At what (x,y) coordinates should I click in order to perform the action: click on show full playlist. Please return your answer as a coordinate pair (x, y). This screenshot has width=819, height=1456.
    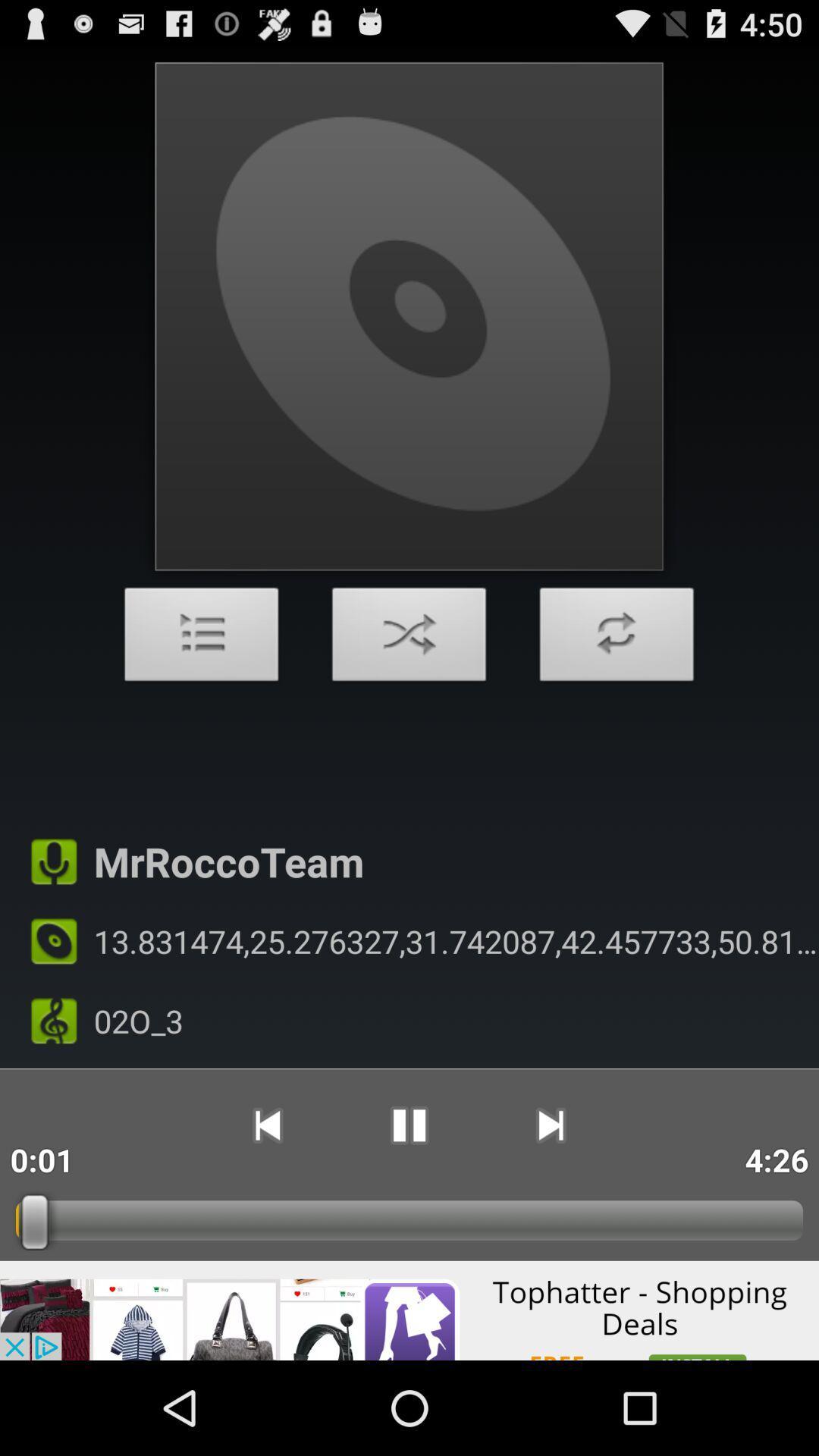
    Looking at the image, I should click on (201, 639).